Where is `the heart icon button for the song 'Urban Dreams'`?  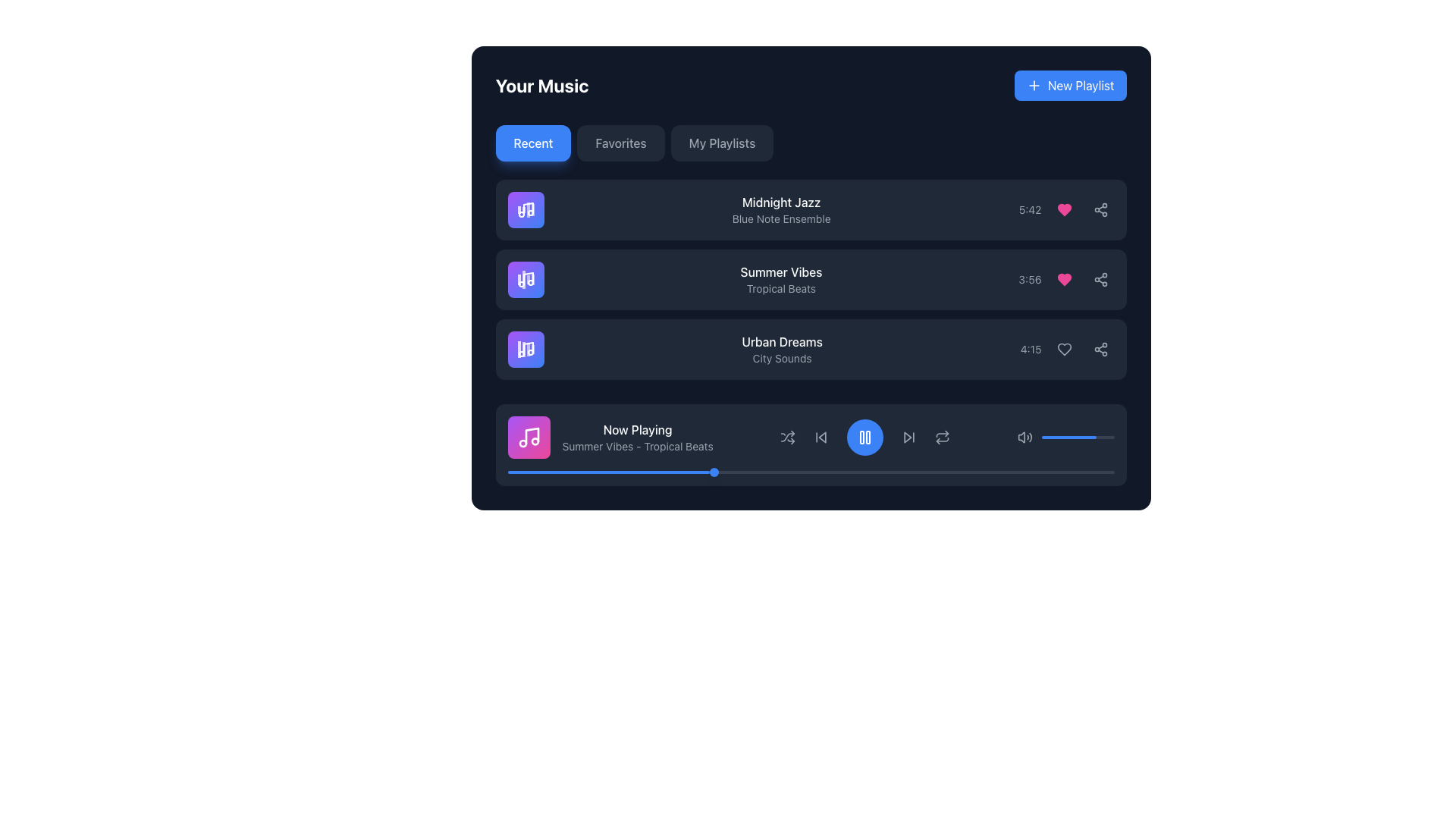
the heart icon button for the song 'Urban Dreams' is located at coordinates (1063, 350).